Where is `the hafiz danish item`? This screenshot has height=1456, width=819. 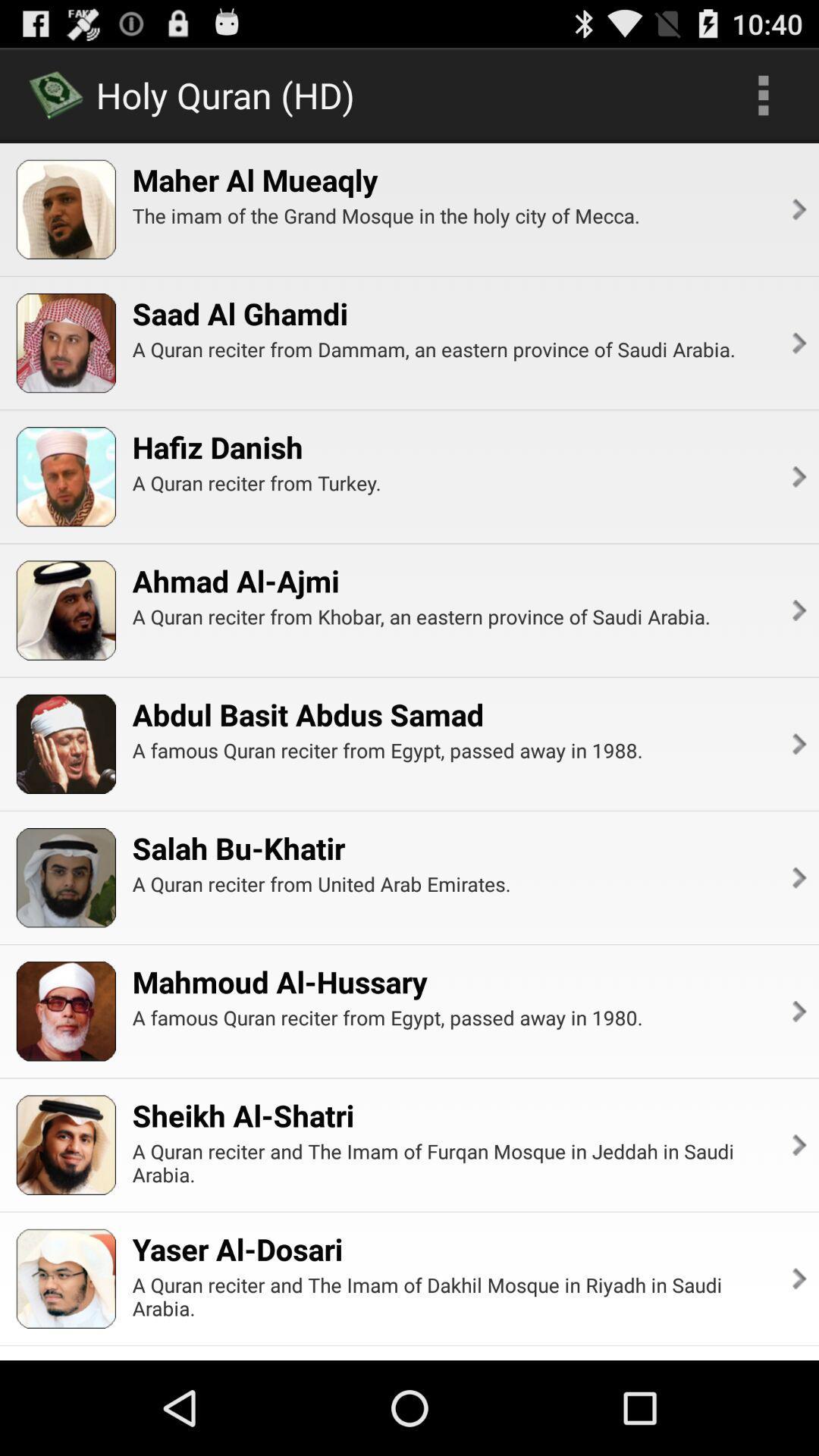 the hafiz danish item is located at coordinates (218, 446).